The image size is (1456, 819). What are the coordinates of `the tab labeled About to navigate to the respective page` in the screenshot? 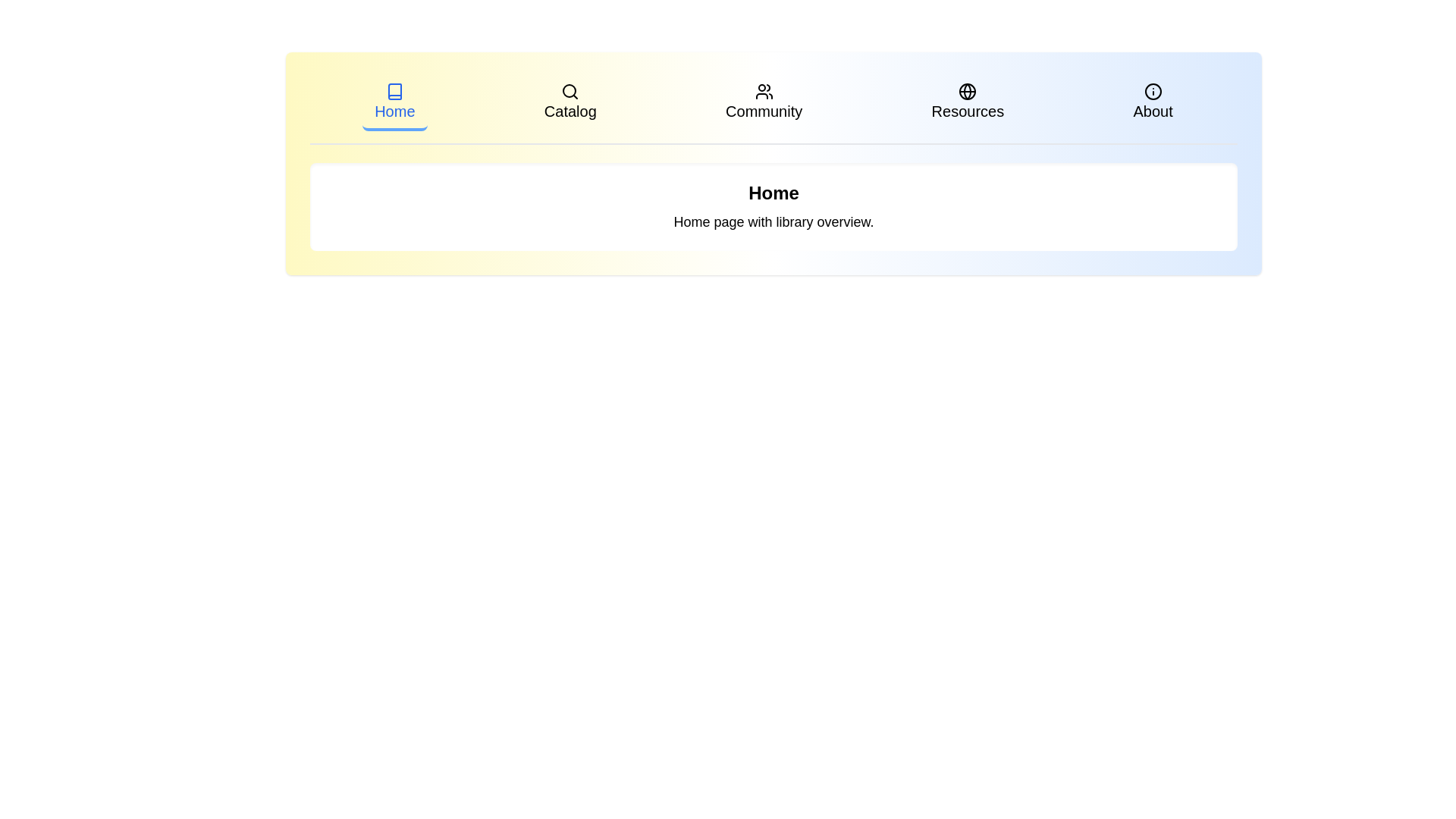 It's located at (1153, 103).